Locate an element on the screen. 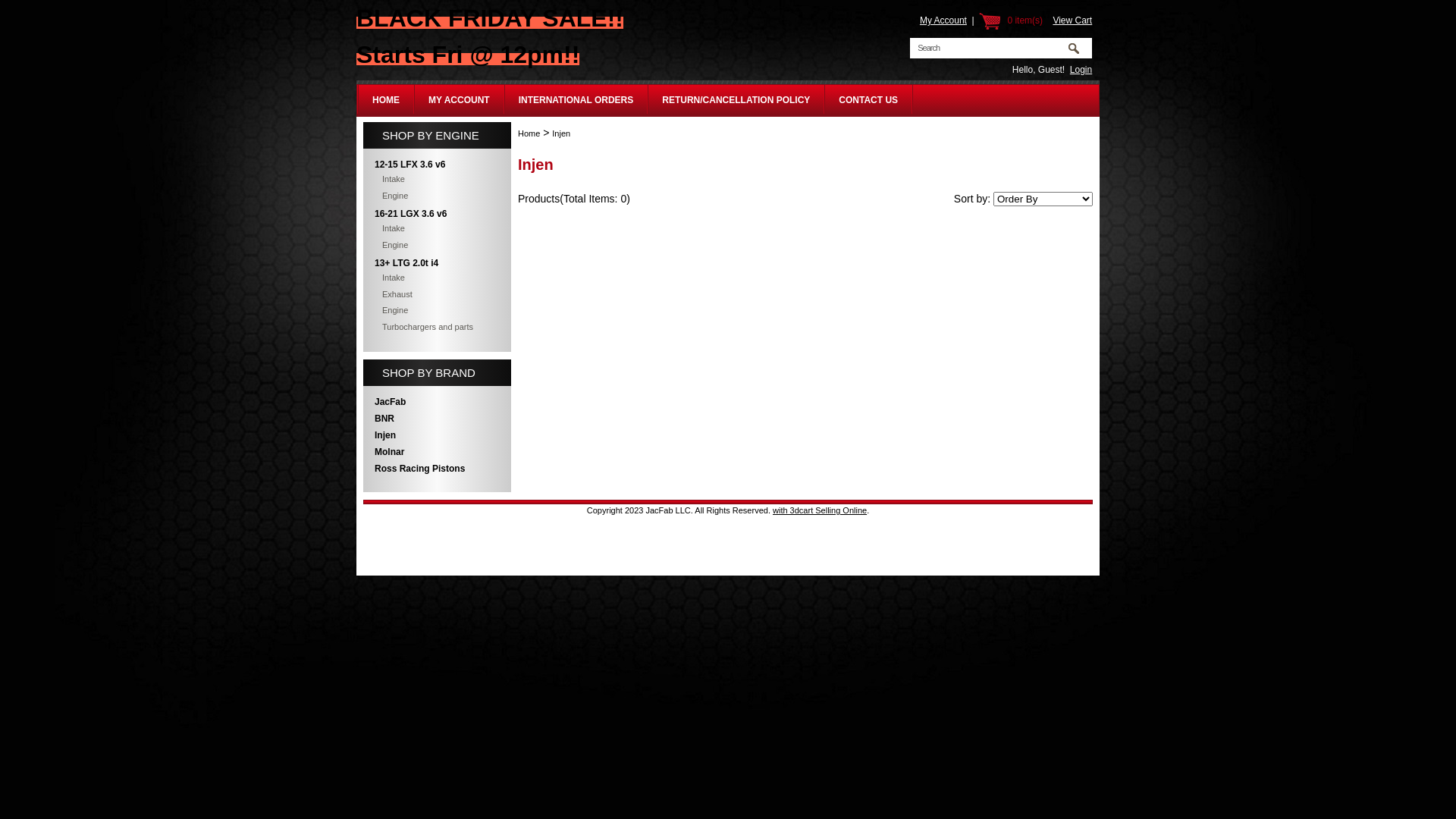  'HOME' is located at coordinates (385, 99).